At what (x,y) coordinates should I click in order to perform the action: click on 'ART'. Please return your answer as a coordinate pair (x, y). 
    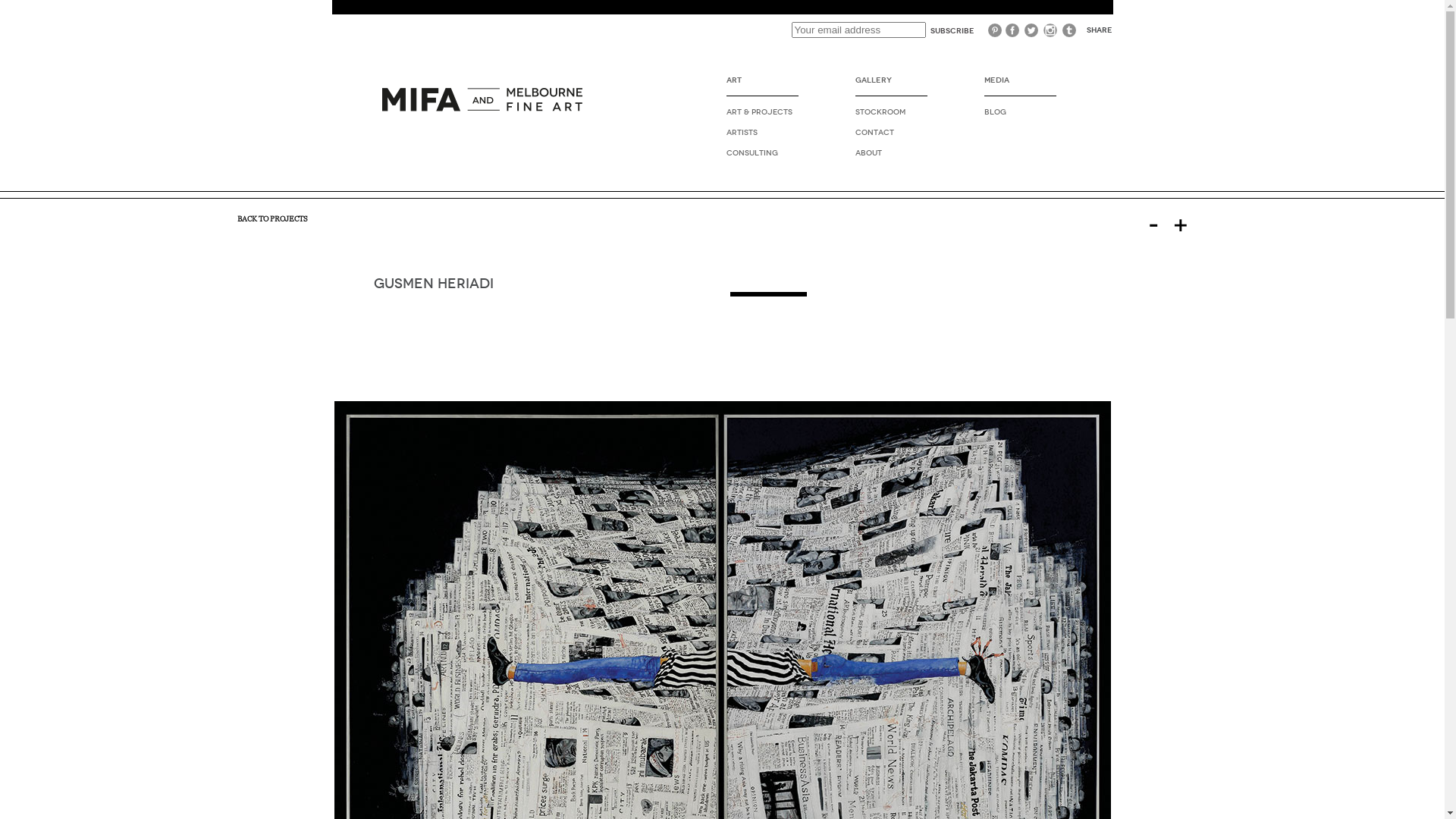
    Looking at the image, I should click on (762, 85).